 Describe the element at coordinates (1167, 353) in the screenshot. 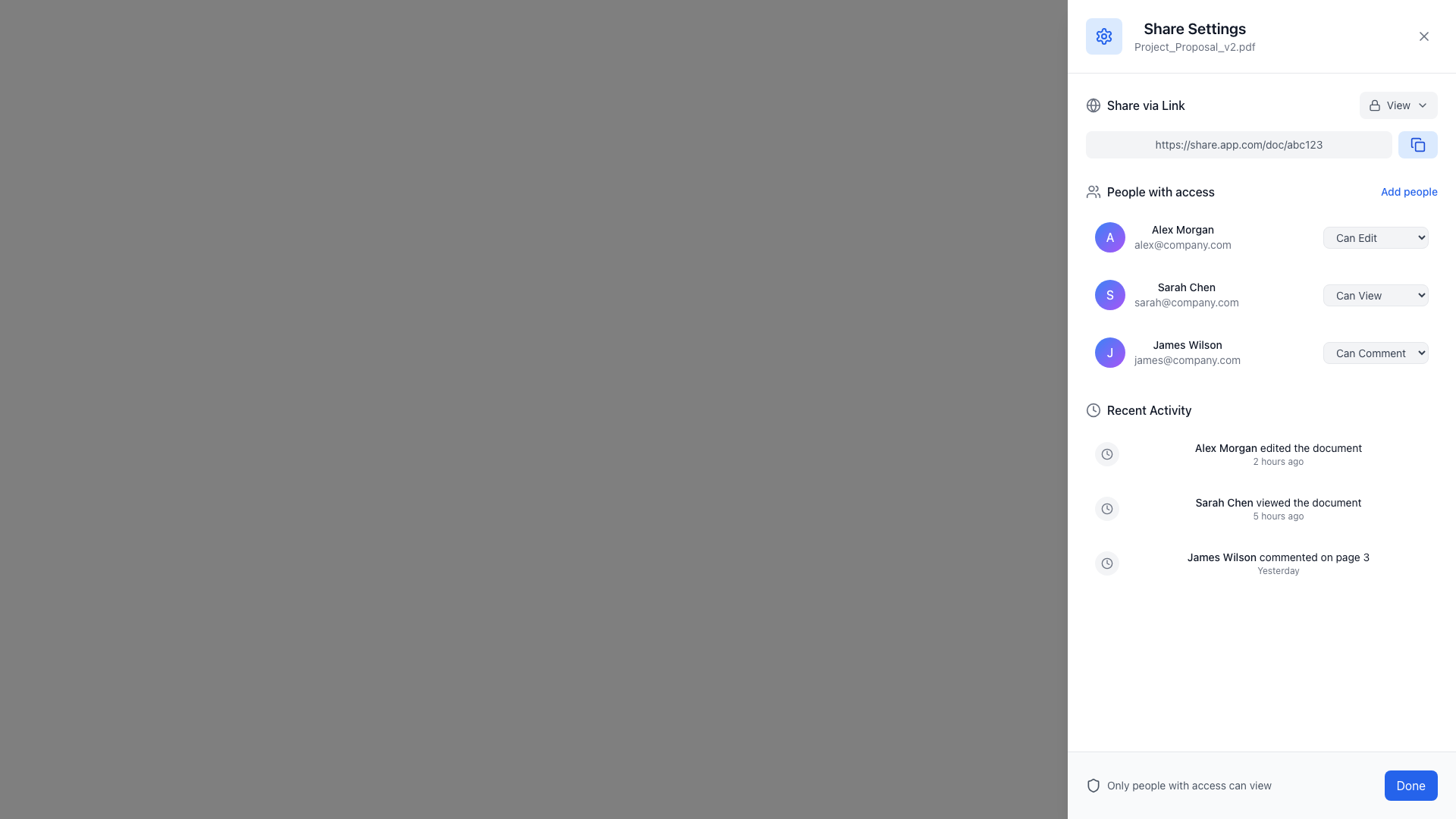

I see `the User information display row for 'James Wilson' which includes a circular profile avatar, and text displaying the name and email, positioned centrally in the right panel under 'People with access'` at that location.